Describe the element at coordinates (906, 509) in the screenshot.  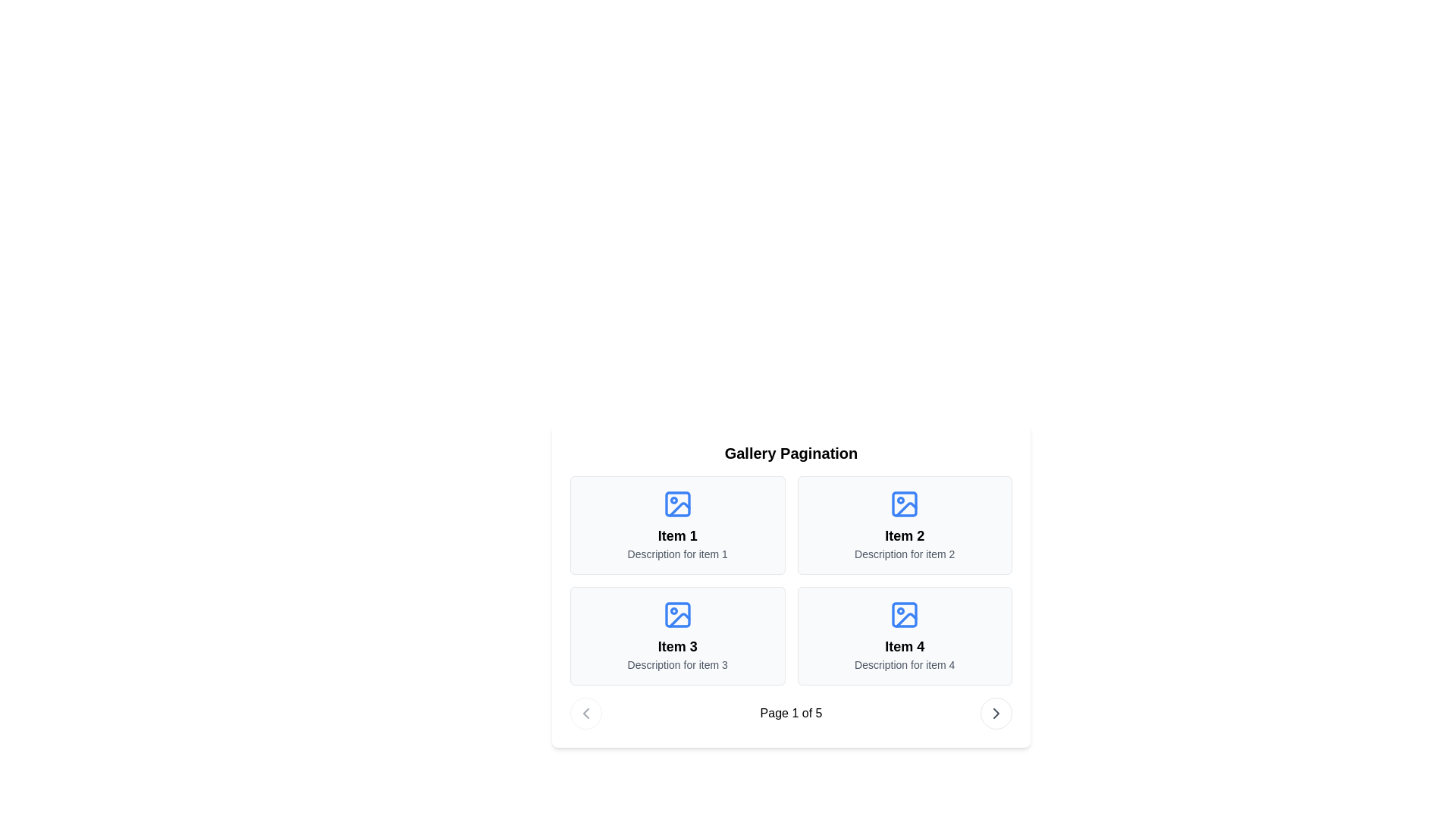
I see `the decorative graphical element within the second icon in the gallery interface, specifically Item 2 in the first row and second column` at that location.